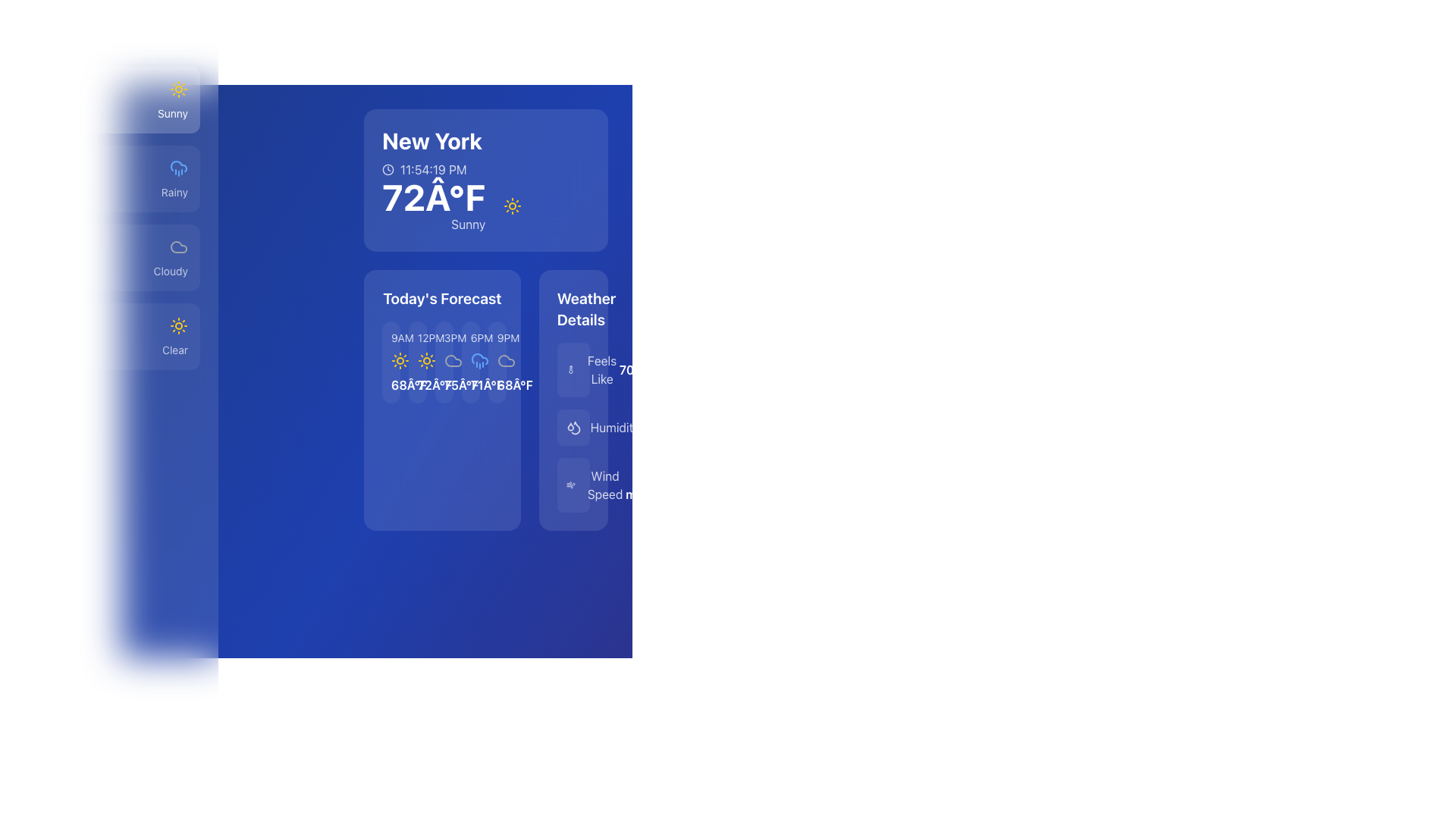 The image size is (1456, 819). Describe the element at coordinates (443, 362) in the screenshot. I see `the weather forecast informational text block displaying '3PM' with a cloud icon and '75°F' at the bottom, which is centrally located in the 'Today's Forecast' section` at that location.